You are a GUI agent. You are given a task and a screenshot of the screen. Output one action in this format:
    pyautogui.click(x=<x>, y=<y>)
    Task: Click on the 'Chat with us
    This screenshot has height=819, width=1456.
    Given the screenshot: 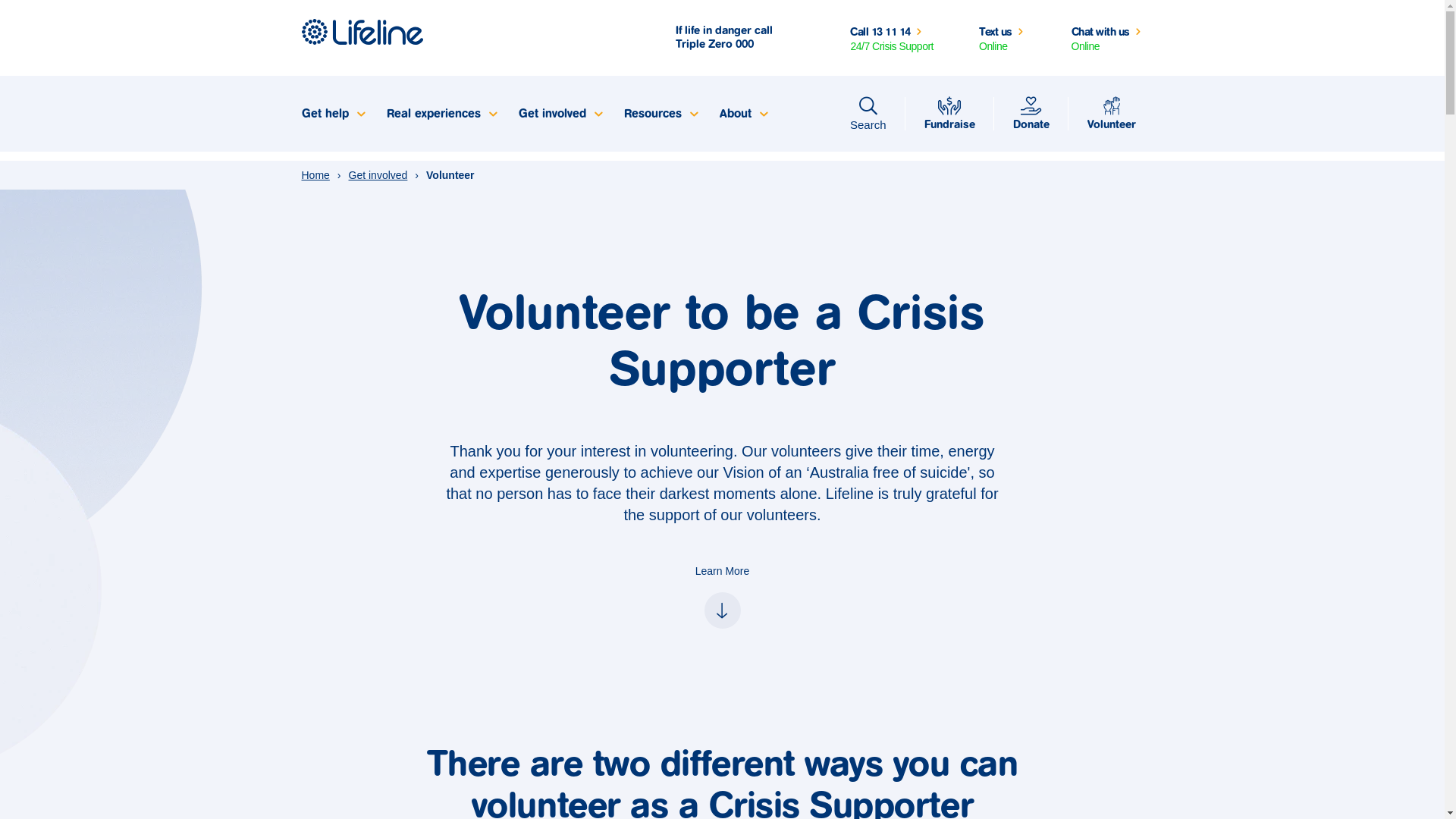 What is the action you would take?
    pyautogui.click(x=1106, y=37)
    